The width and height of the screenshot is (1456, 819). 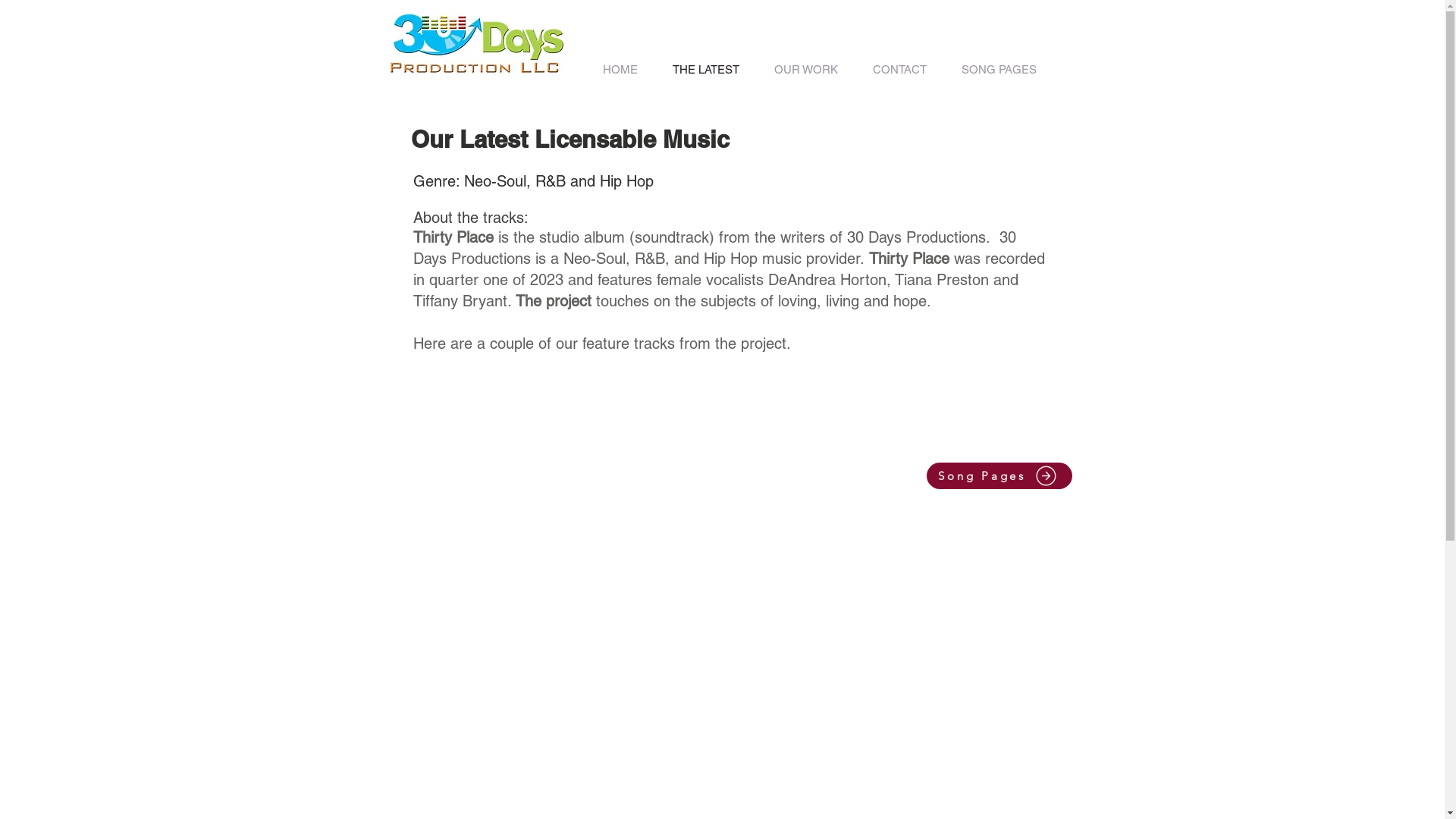 What do you see at coordinates (805, 69) in the screenshot?
I see `'OUR WORK'` at bounding box center [805, 69].